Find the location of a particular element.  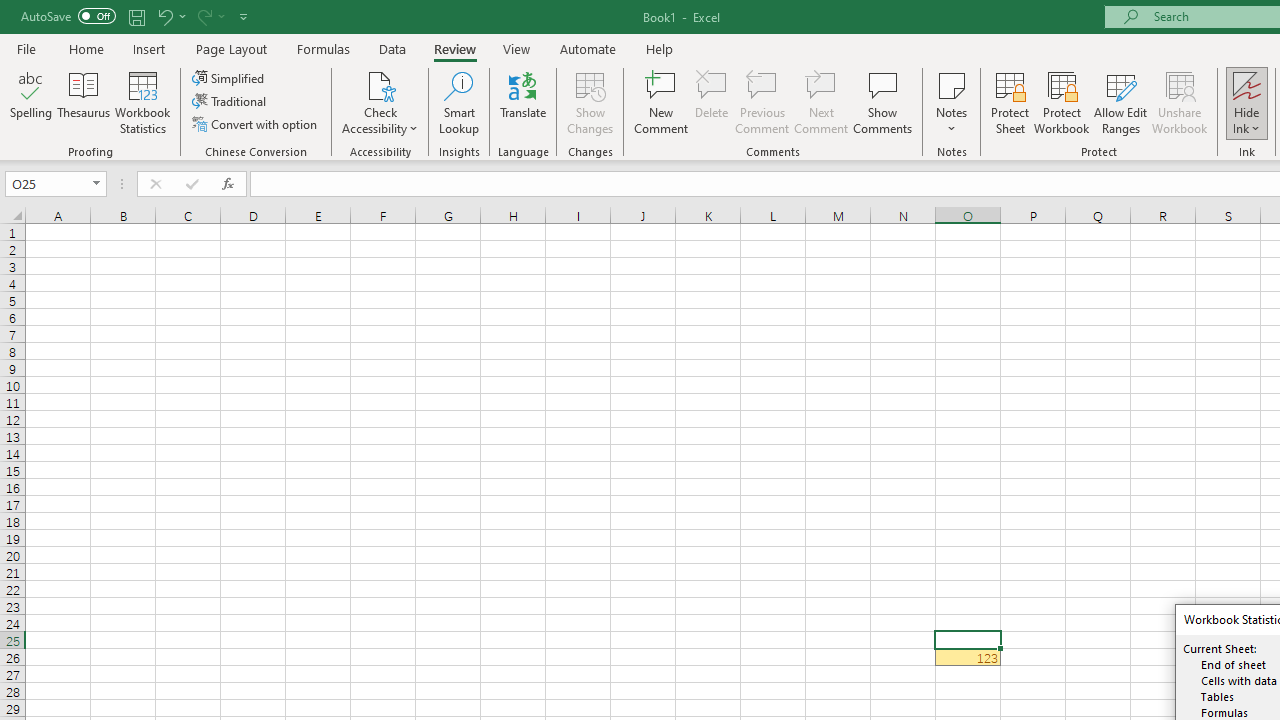

'Convert with option' is located at coordinates (255, 124).